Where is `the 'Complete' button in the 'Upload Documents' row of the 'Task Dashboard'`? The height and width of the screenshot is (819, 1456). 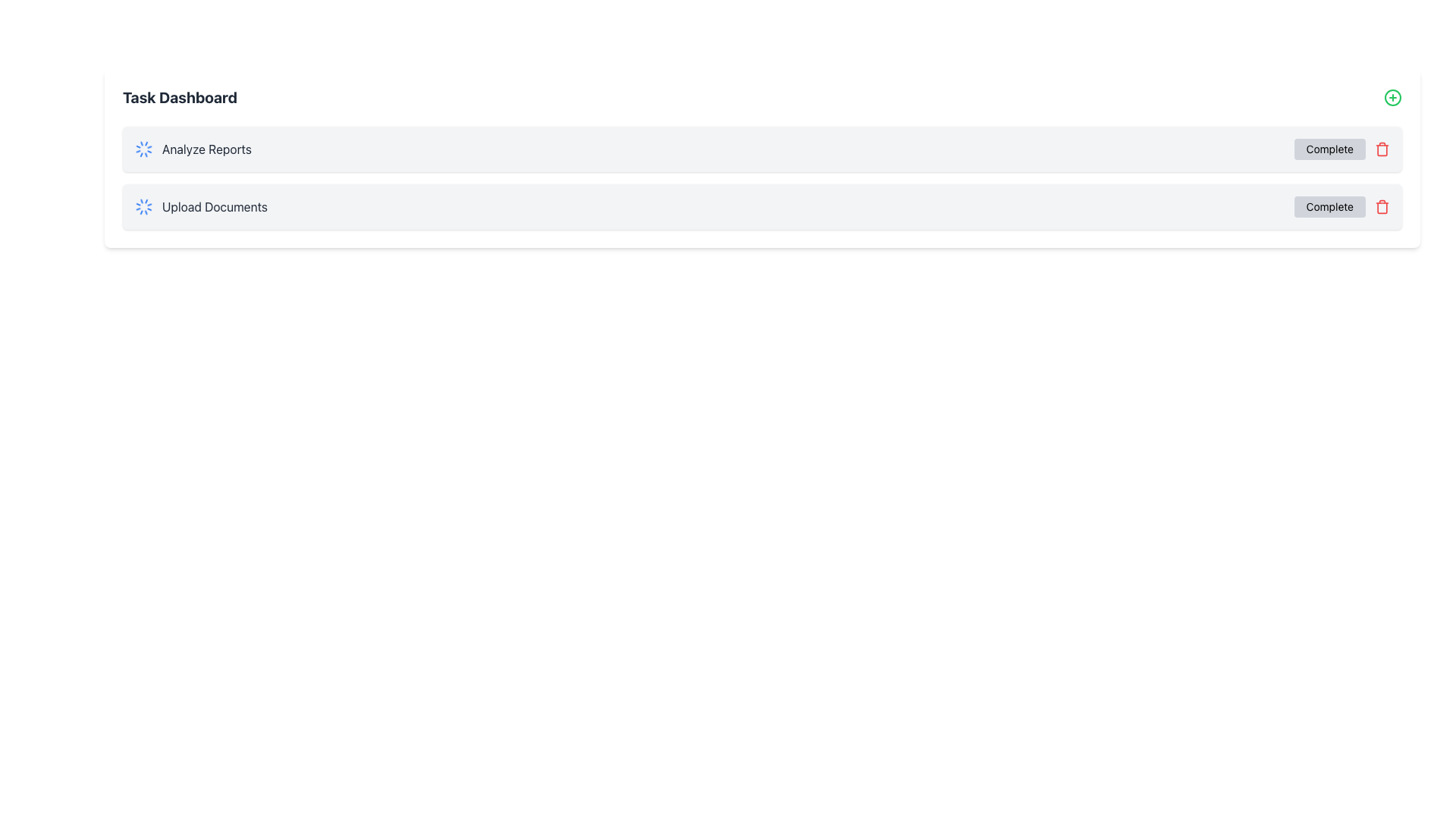
the 'Complete' button in the 'Upload Documents' row of the 'Task Dashboard' is located at coordinates (1329, 207).